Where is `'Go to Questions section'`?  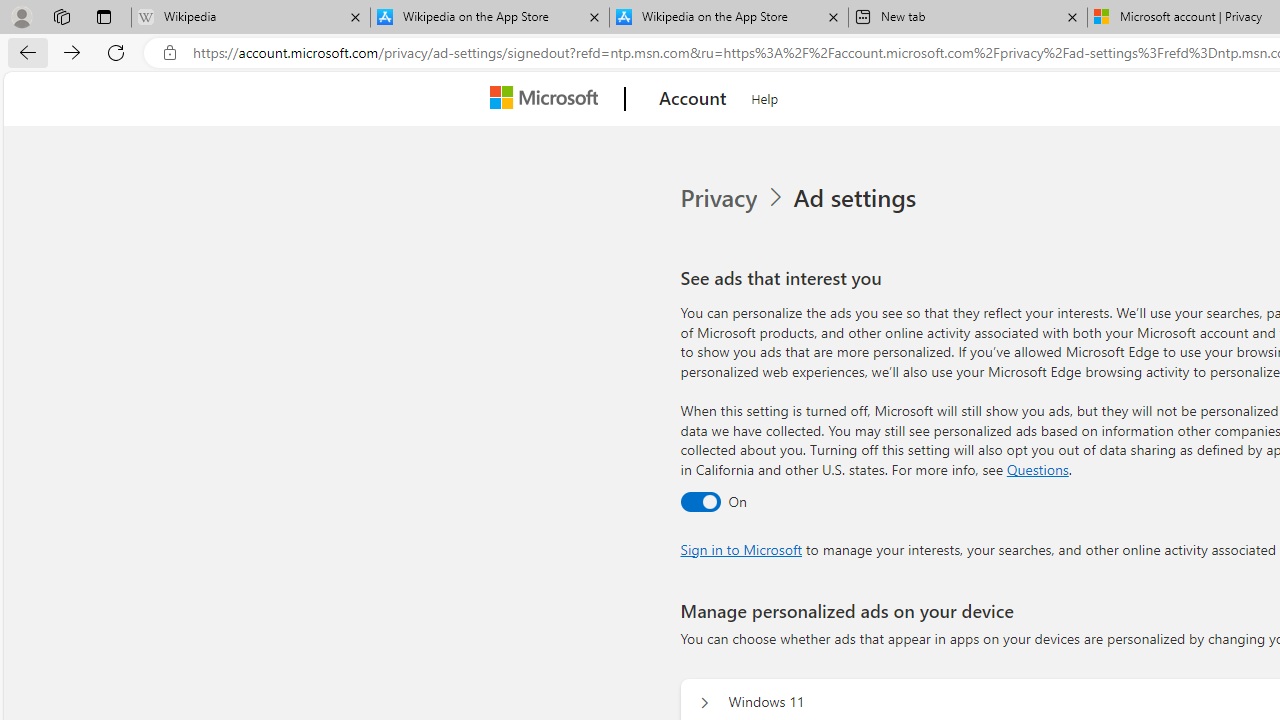
'Go to Questions section' is located at coordinates (1037, 469).